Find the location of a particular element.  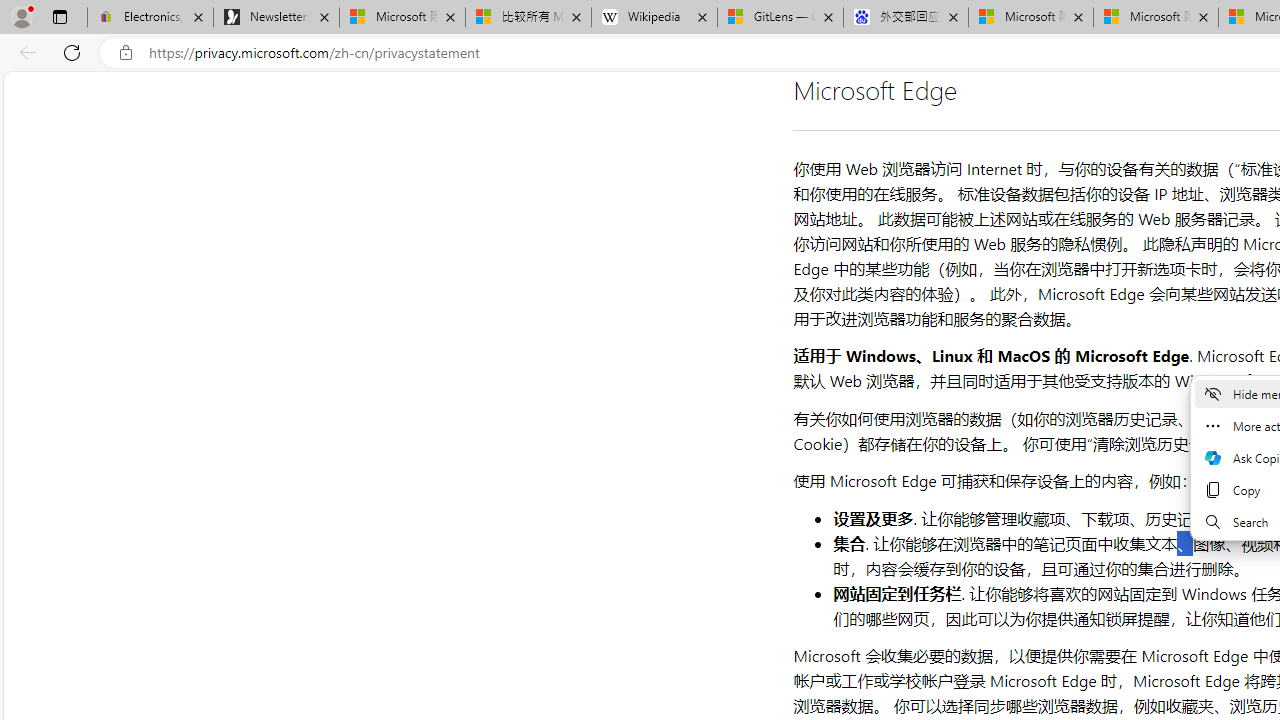

'Newsletter Sign Up' is located at coordinates (275, 17).